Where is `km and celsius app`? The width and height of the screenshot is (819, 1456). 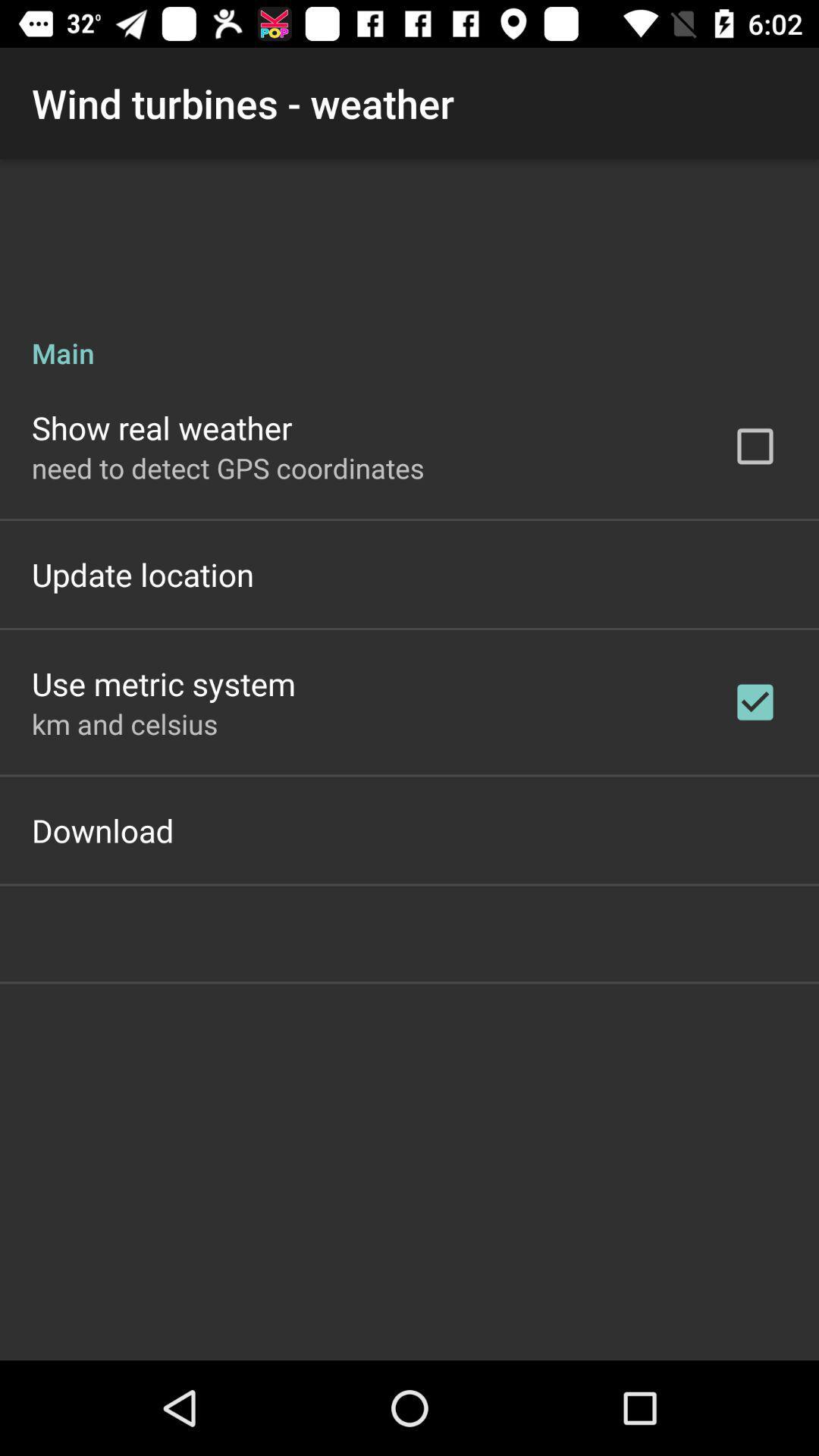
km and celsius app is located at coordinates (124, 723).